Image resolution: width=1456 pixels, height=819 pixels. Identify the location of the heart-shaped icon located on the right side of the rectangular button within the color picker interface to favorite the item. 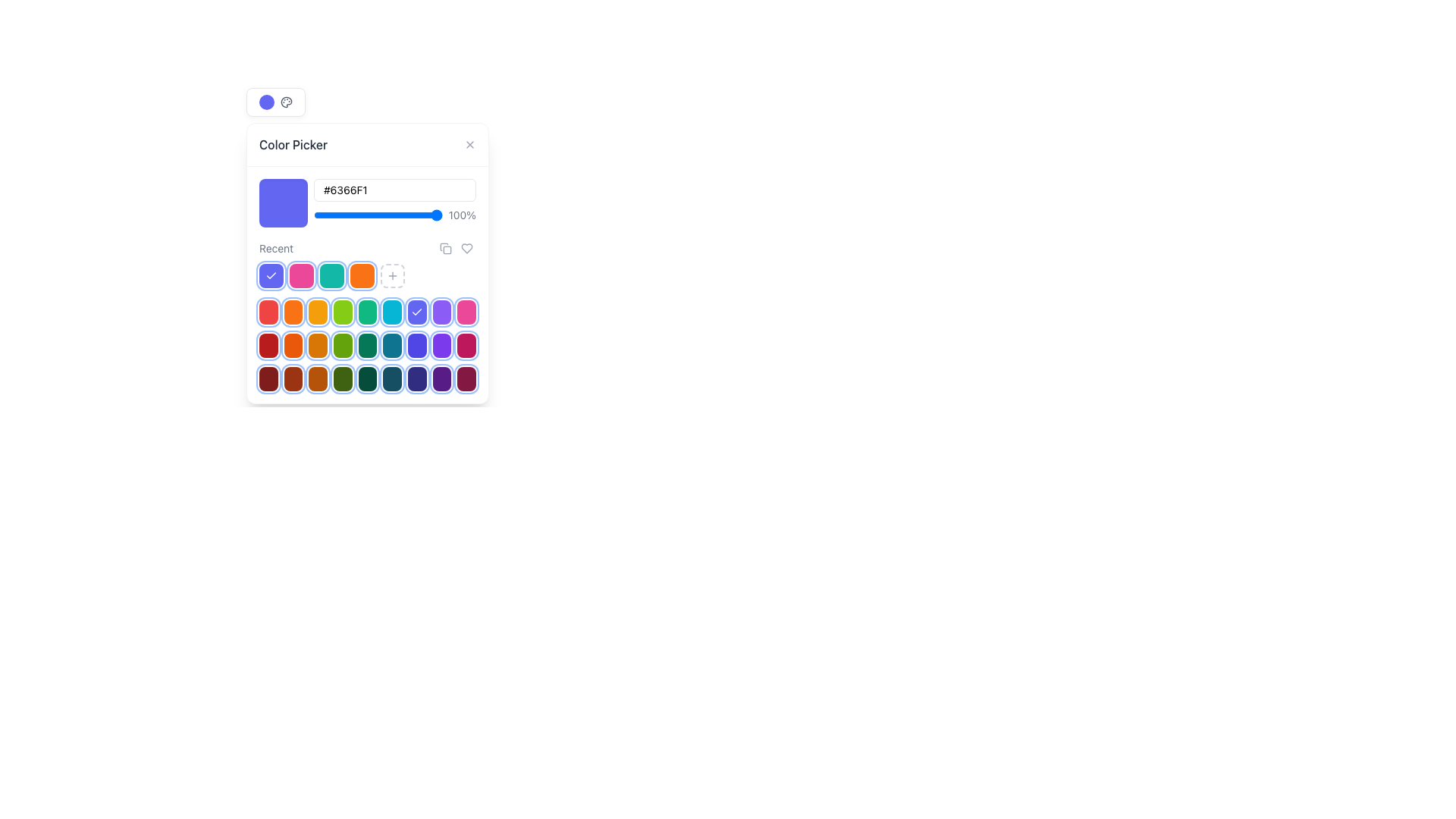
(466, 247).